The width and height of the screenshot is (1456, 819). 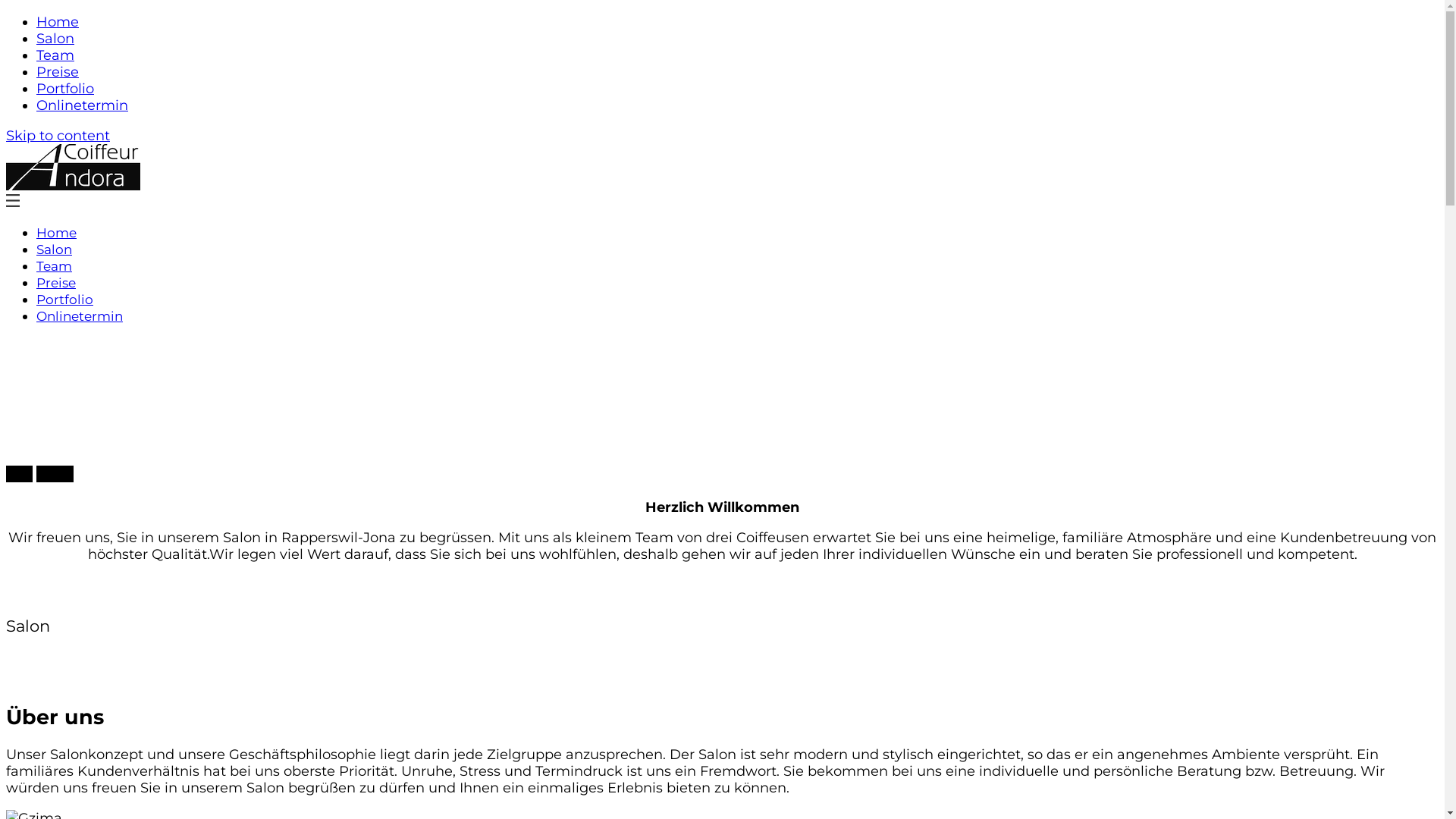 I want to click on 'Preise', so click(x=36, y=72).